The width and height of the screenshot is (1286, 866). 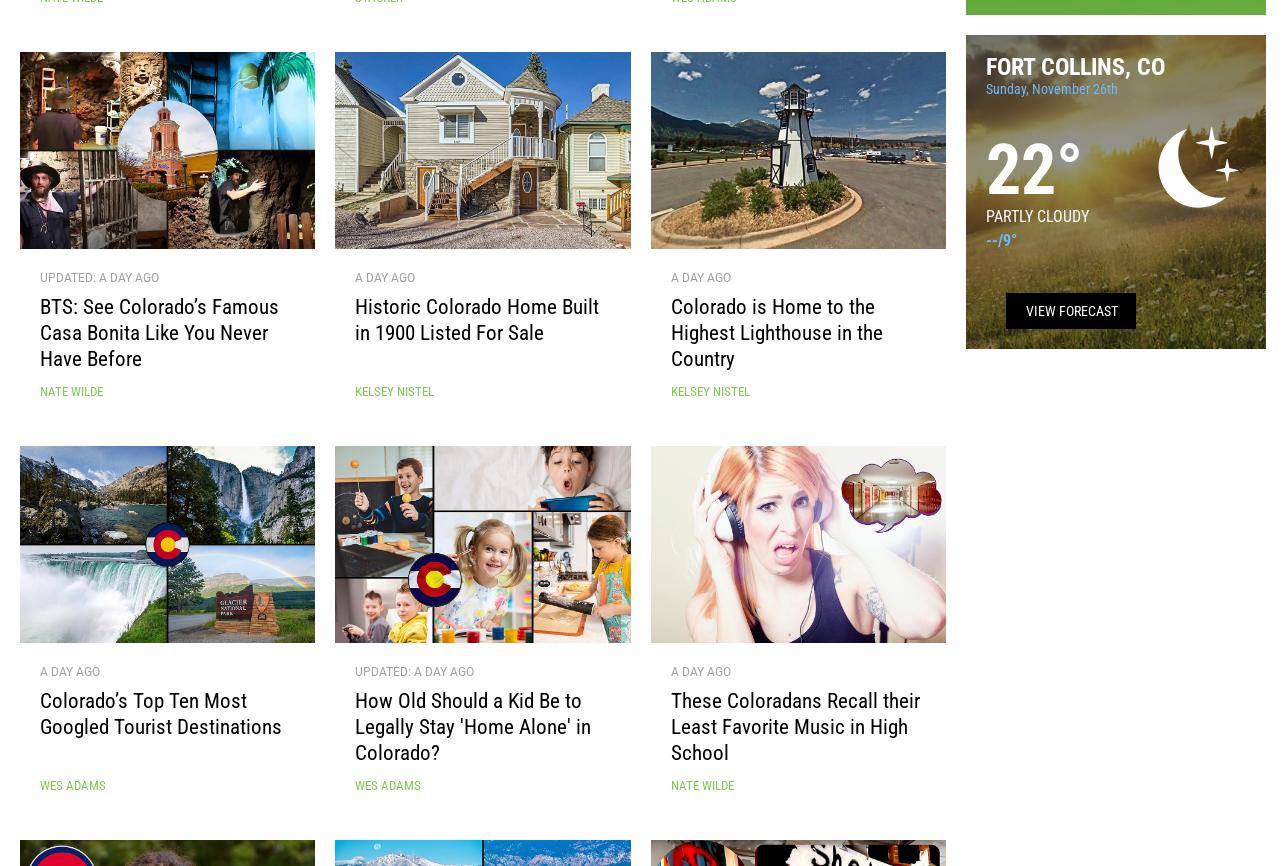 I want to click on '/', so click(x=999, y=247).